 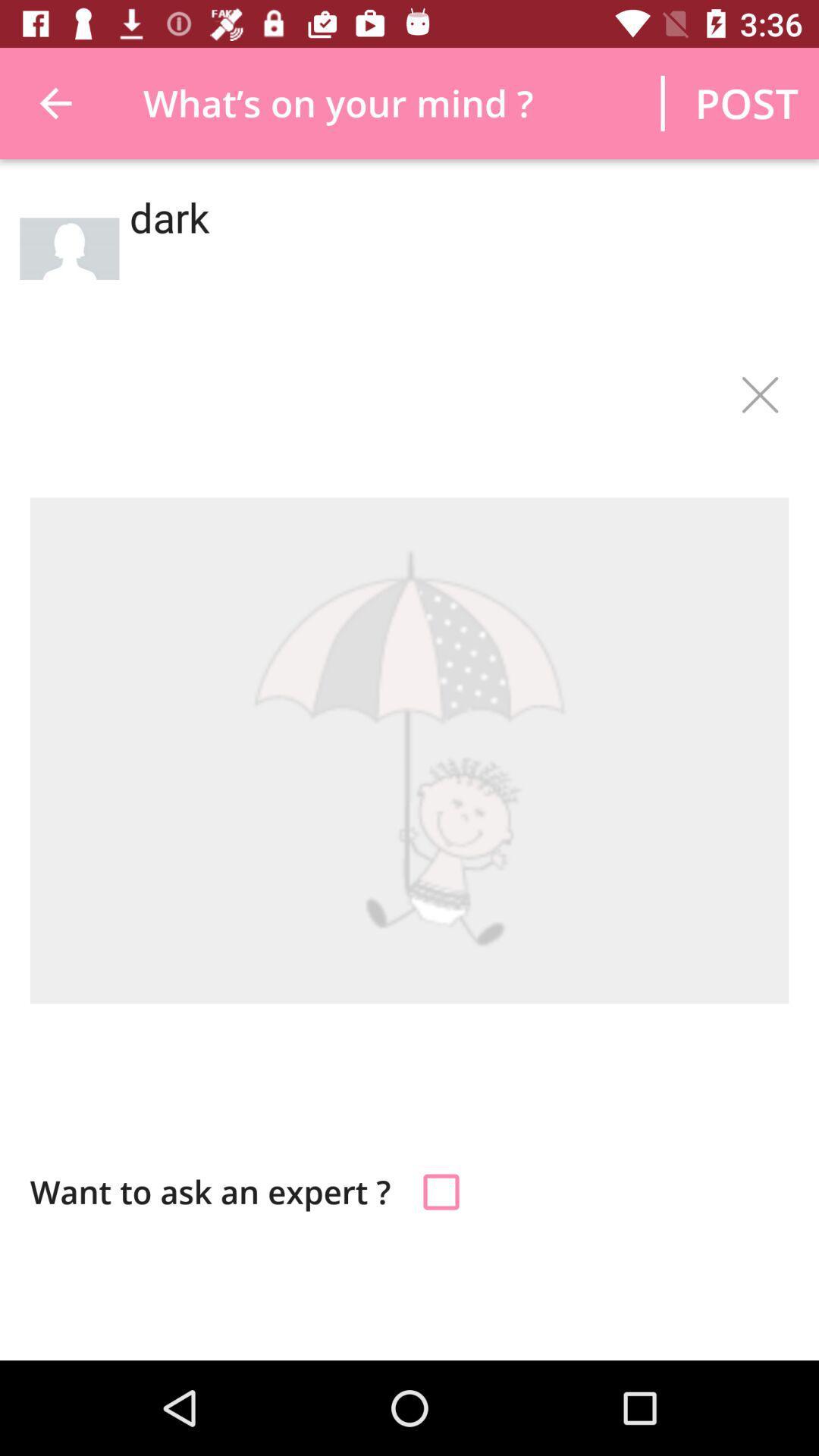 I want to click on dark icon, so click(x=453, y=265).